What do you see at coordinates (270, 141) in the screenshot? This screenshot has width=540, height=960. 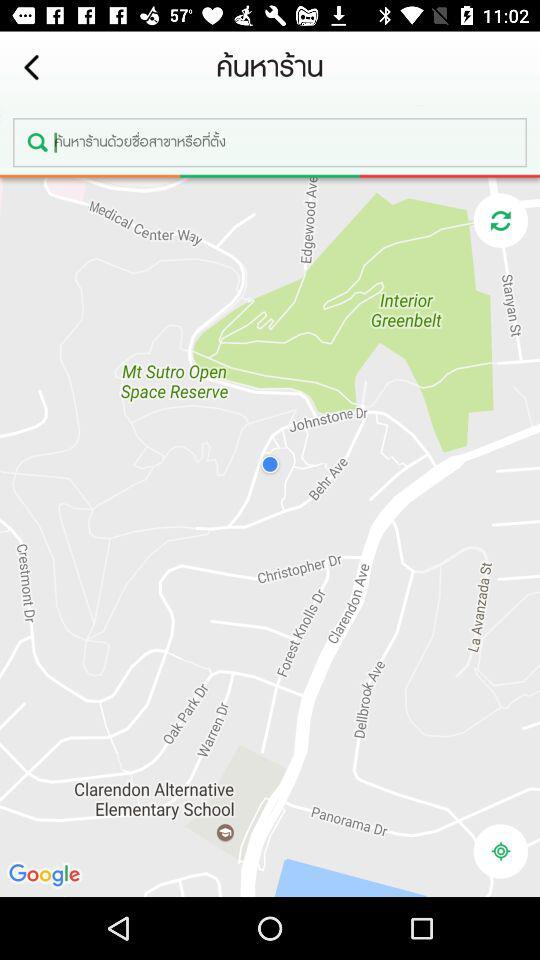 I see `search bar` at bounding box center [270, 141].